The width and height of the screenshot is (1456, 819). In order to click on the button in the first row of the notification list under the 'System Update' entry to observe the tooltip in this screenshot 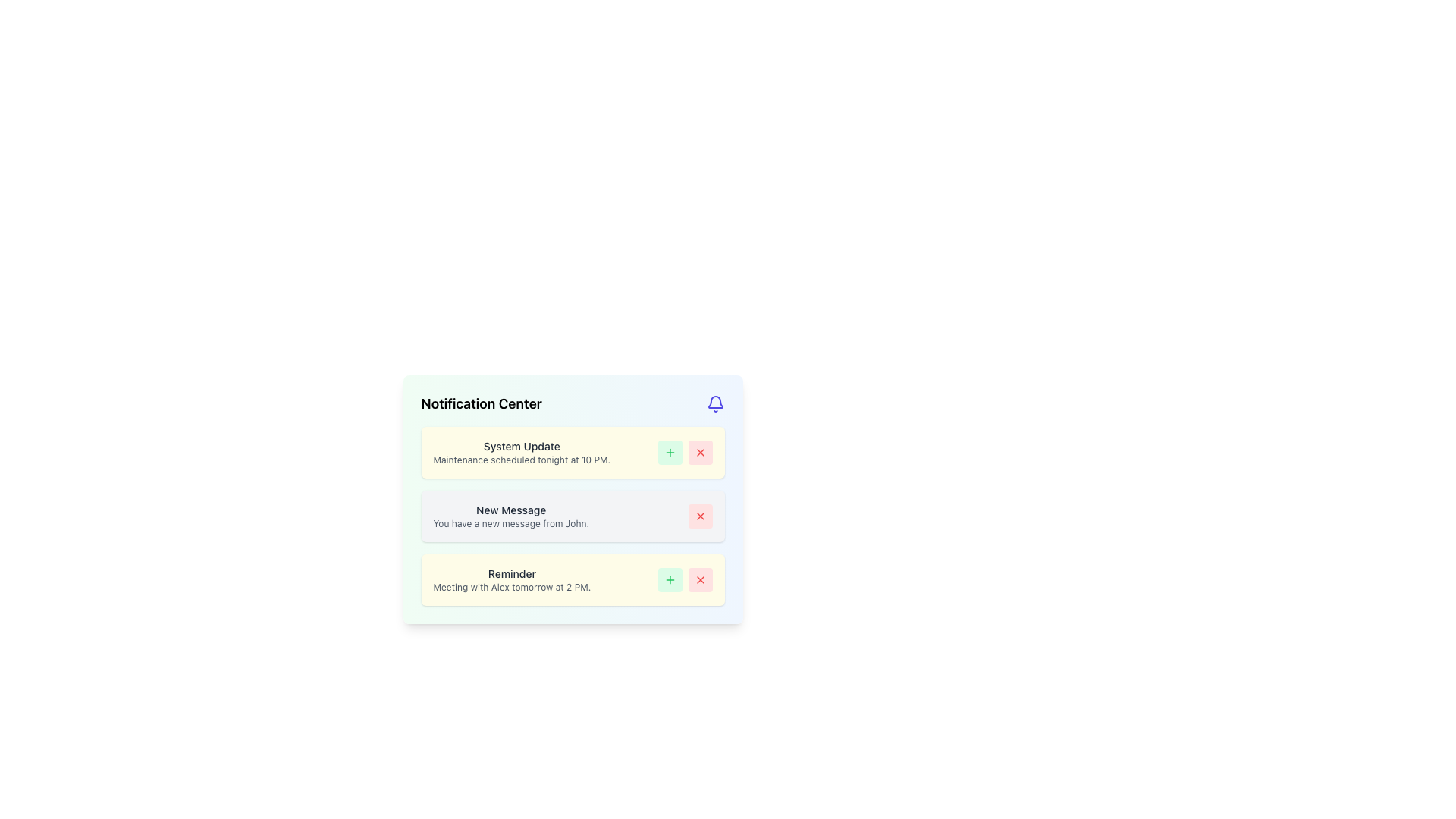, I will do `click(669, 452)`.